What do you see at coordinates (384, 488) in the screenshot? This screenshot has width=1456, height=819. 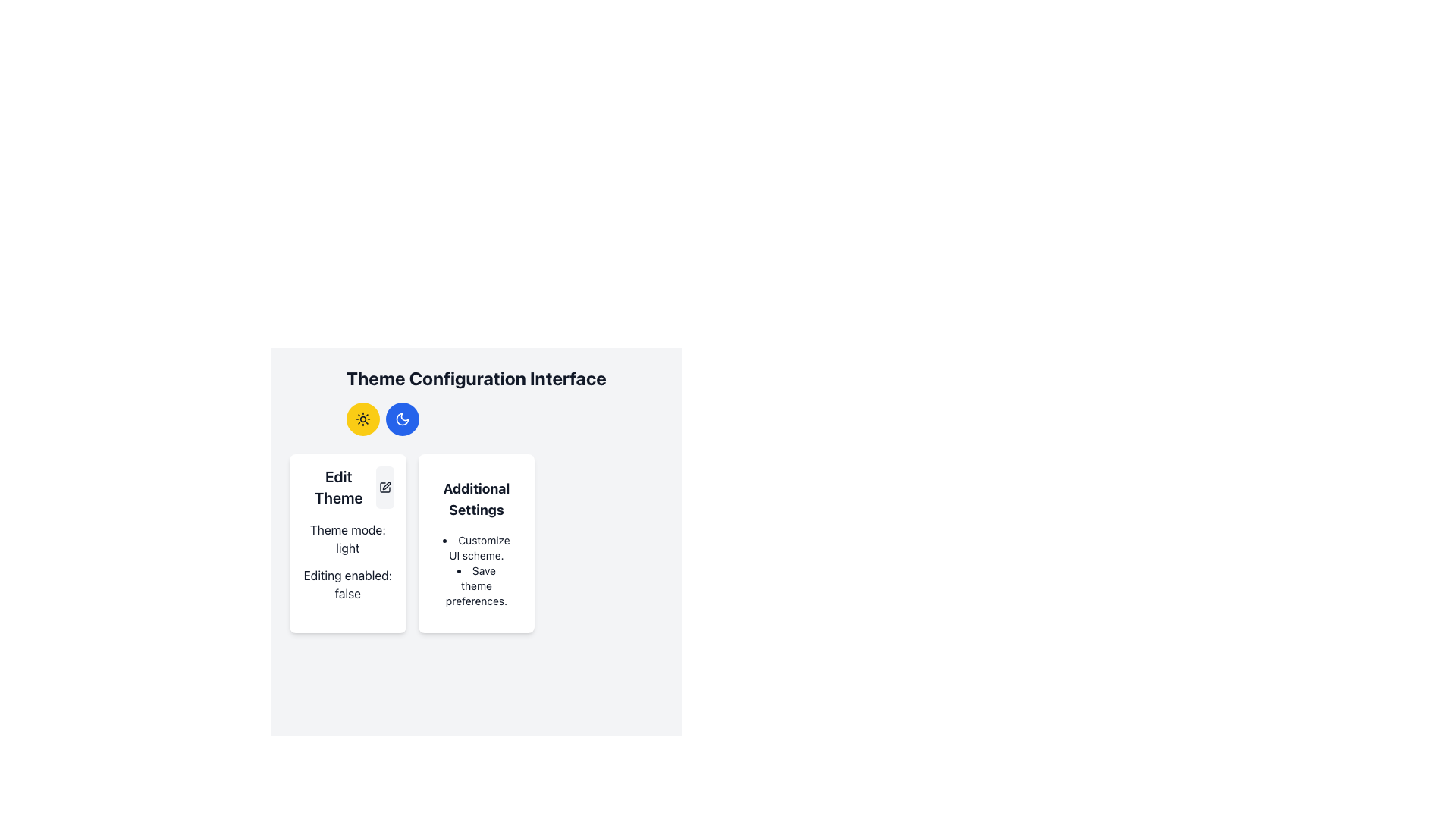 I see `the compact, icon-only button with a pen icon located in the 'Edit Theme' section` at bounding box center [384, 488].